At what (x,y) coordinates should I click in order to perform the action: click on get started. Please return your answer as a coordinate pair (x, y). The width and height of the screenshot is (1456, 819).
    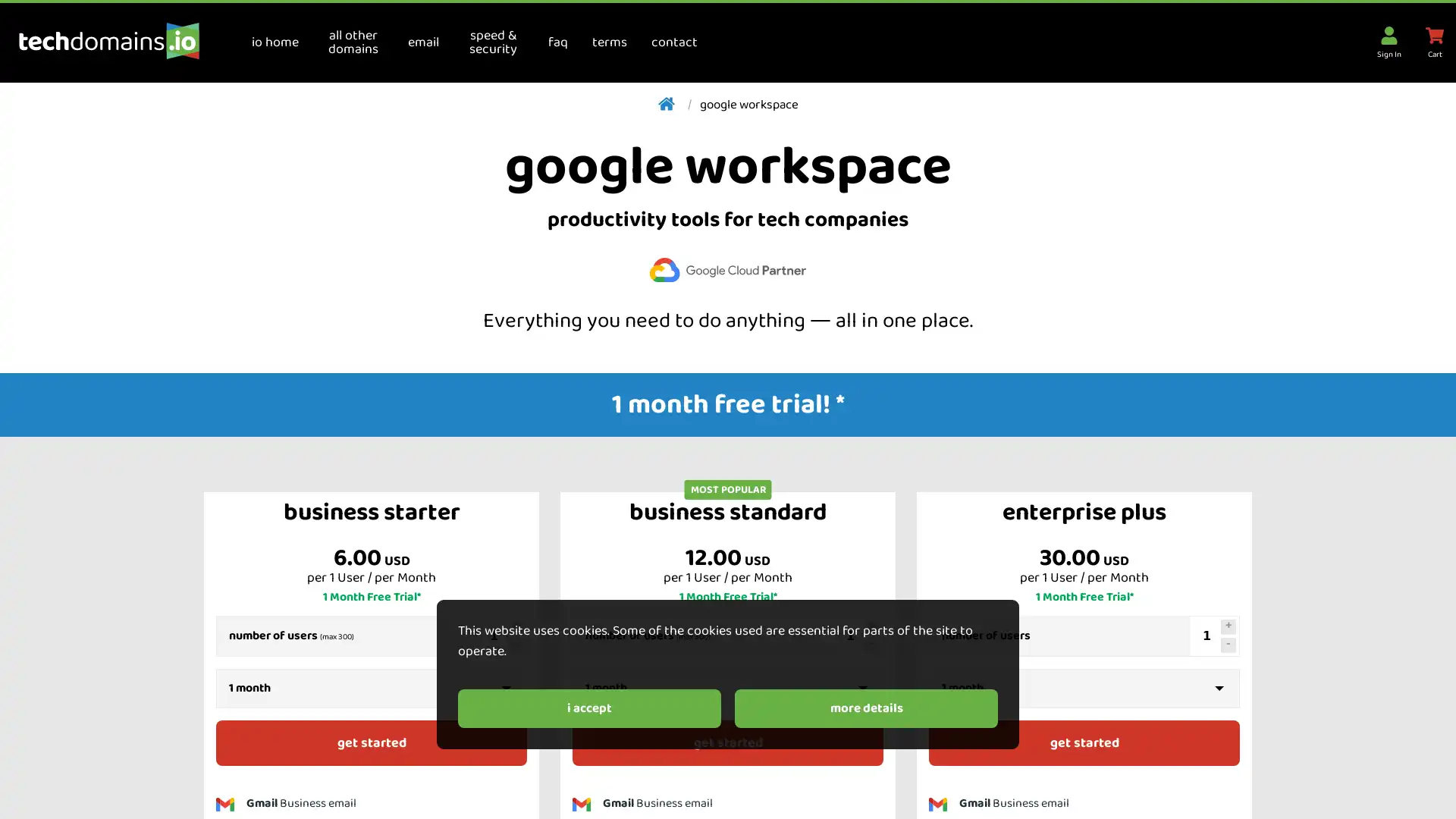
    Looking at the image, I should click on (1083, 742).